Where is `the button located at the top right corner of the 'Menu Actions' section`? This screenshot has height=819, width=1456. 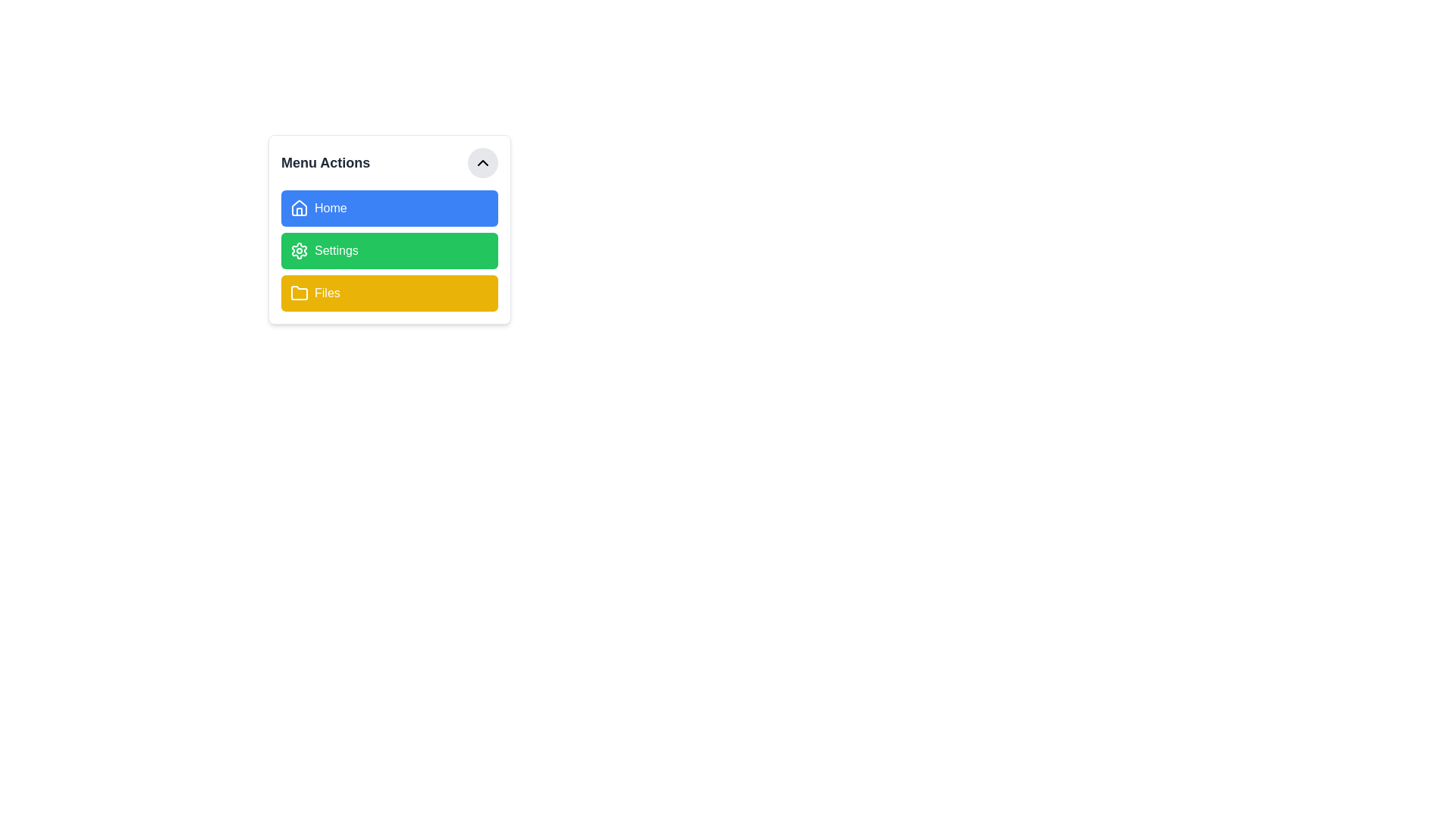 the button located at the top right corner of the 'Menu Actions' section is located at coordinates (482, 163).